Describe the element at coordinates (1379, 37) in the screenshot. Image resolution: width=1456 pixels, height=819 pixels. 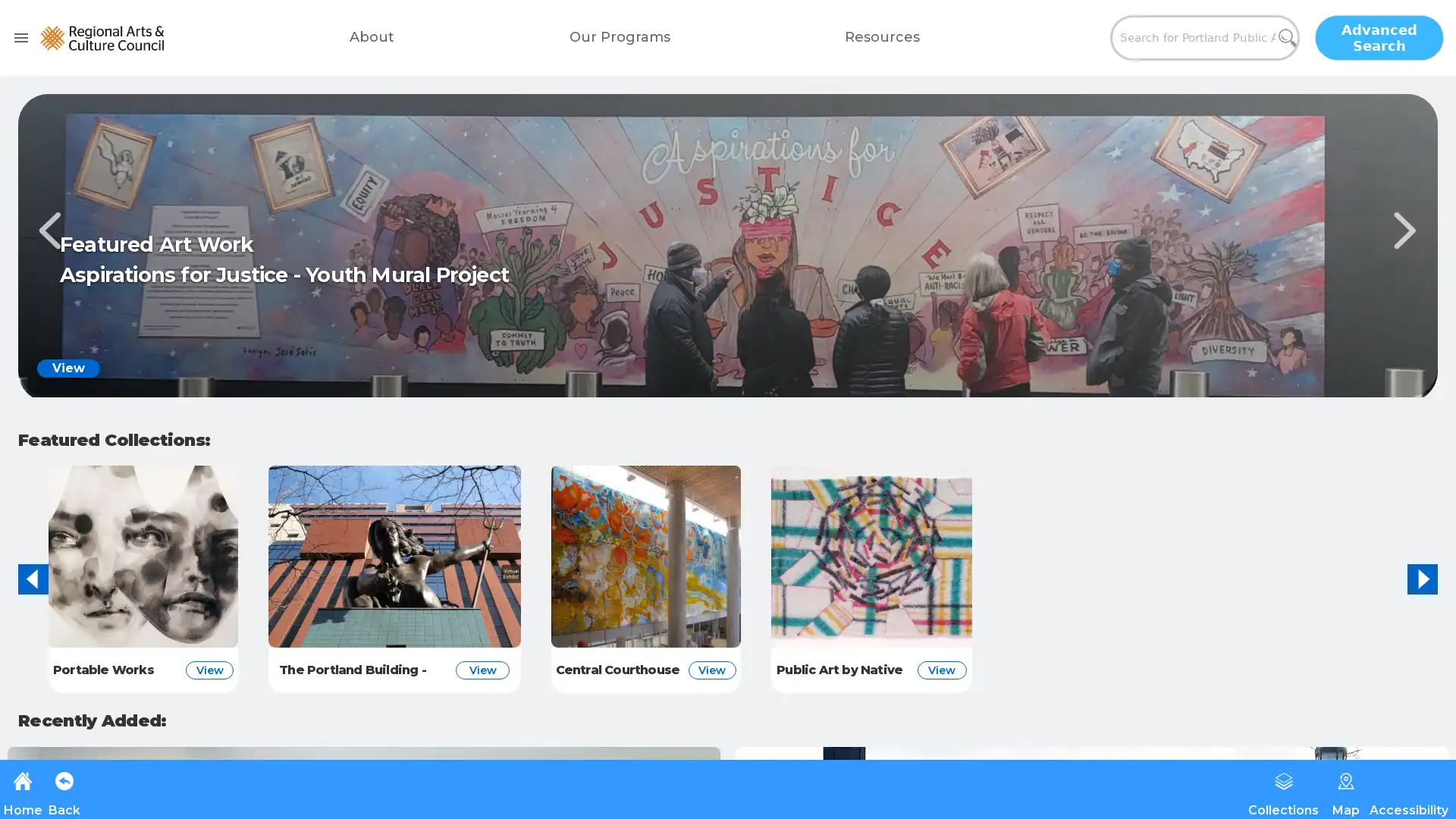
I see `Advanced Search` at that location.